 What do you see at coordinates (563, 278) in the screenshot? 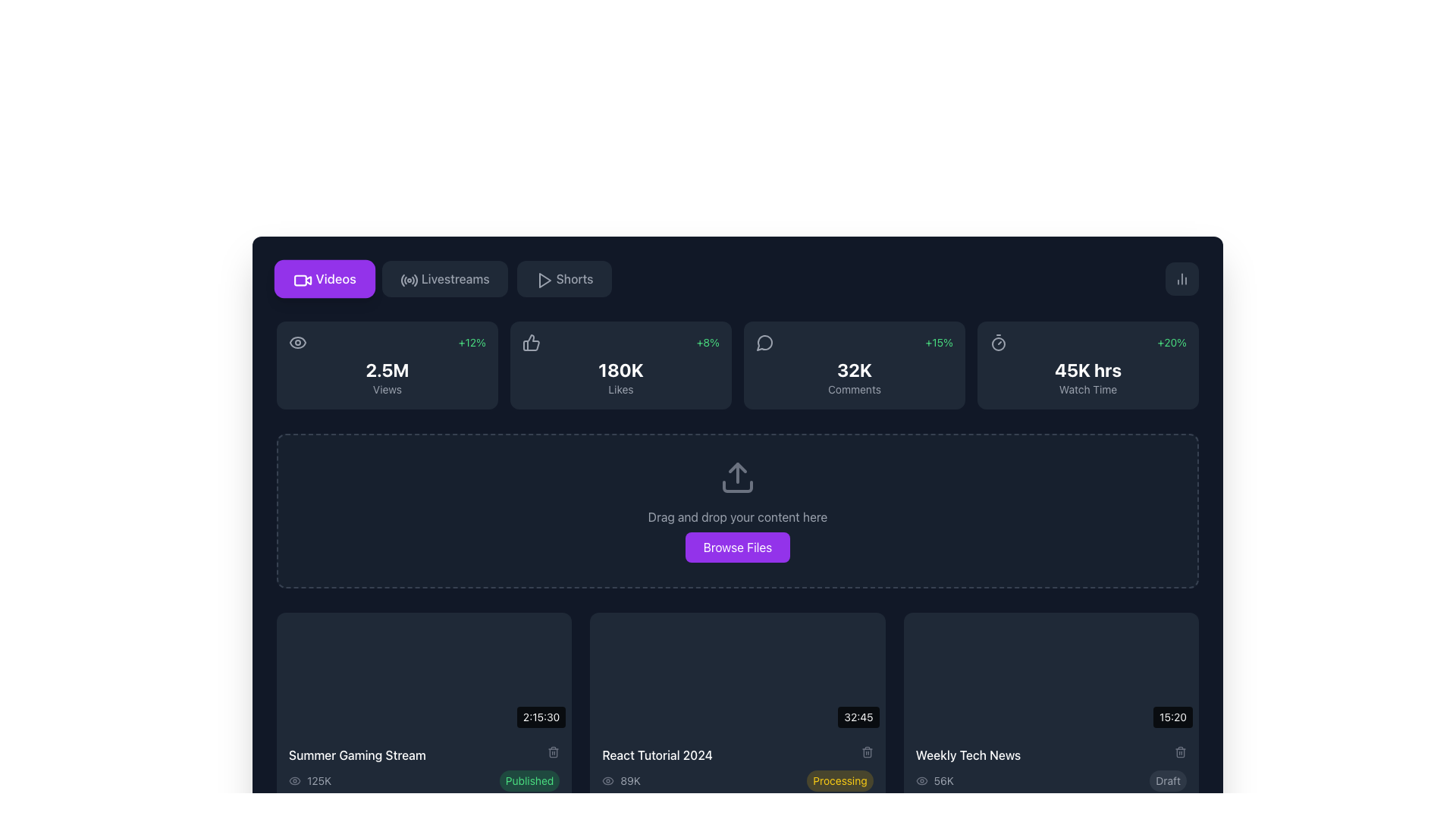
I see `the navigation button for Shorts content located in the top navigation bar, positioned between the 'Livestreams' and 'Videos' buttons` at bounding box center [563, 278].